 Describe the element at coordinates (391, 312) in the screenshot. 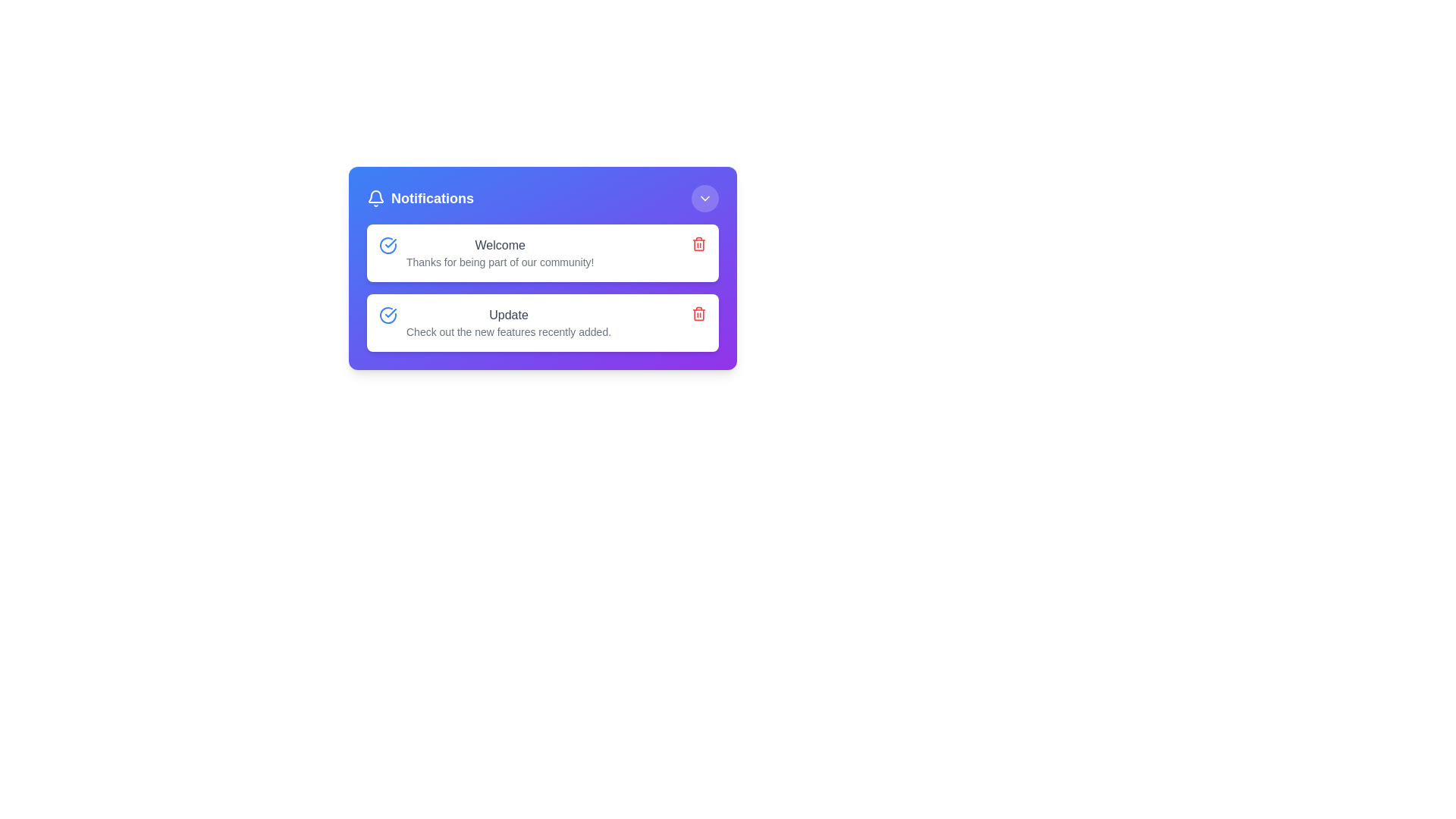

I see `the blue checkmark icon located in the circular design, which is positioned to the left of the text 'Welcome' in the notification box` at that location.